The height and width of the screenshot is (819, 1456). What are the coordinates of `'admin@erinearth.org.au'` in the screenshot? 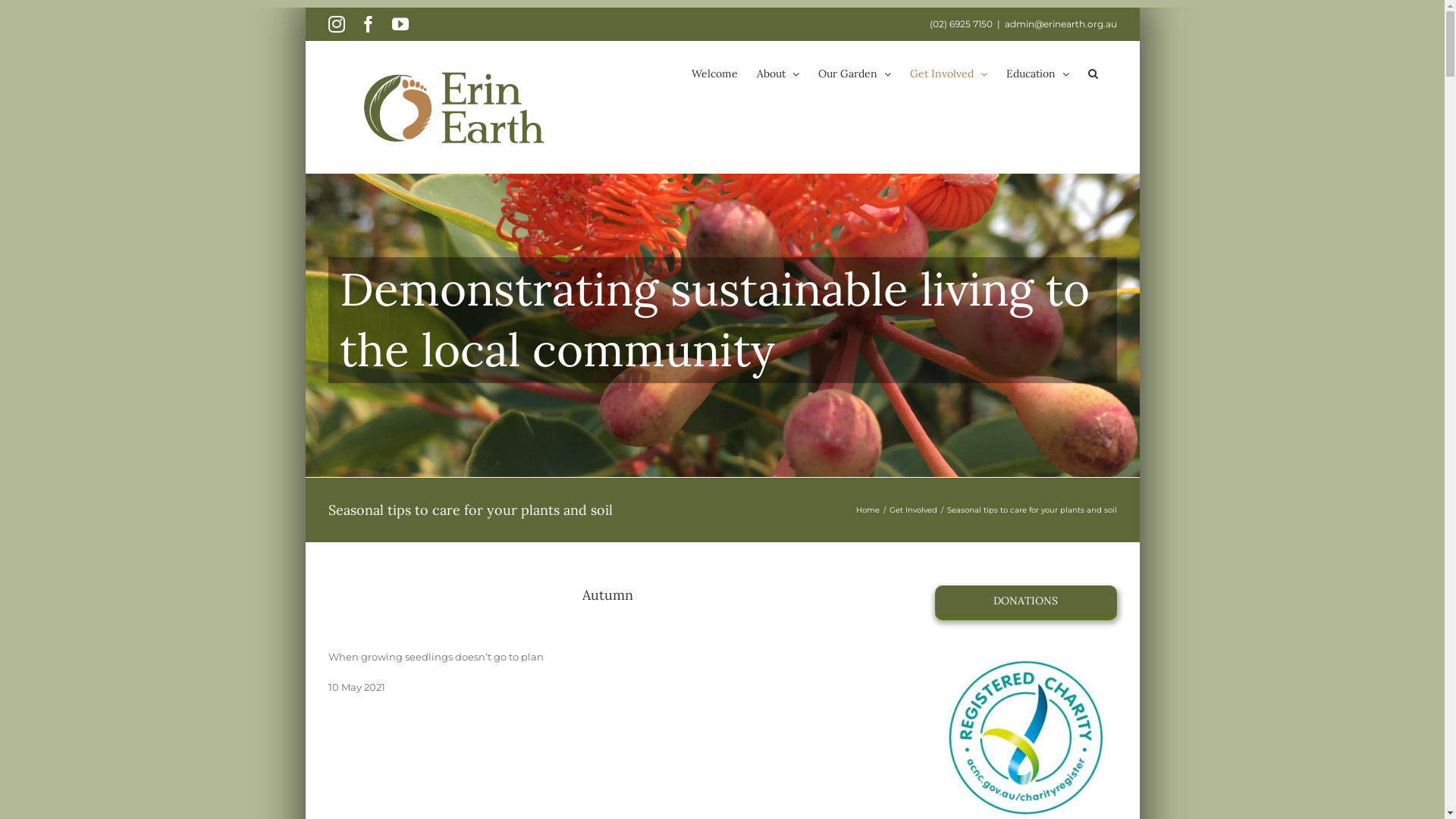 It's located at (1059, 24).